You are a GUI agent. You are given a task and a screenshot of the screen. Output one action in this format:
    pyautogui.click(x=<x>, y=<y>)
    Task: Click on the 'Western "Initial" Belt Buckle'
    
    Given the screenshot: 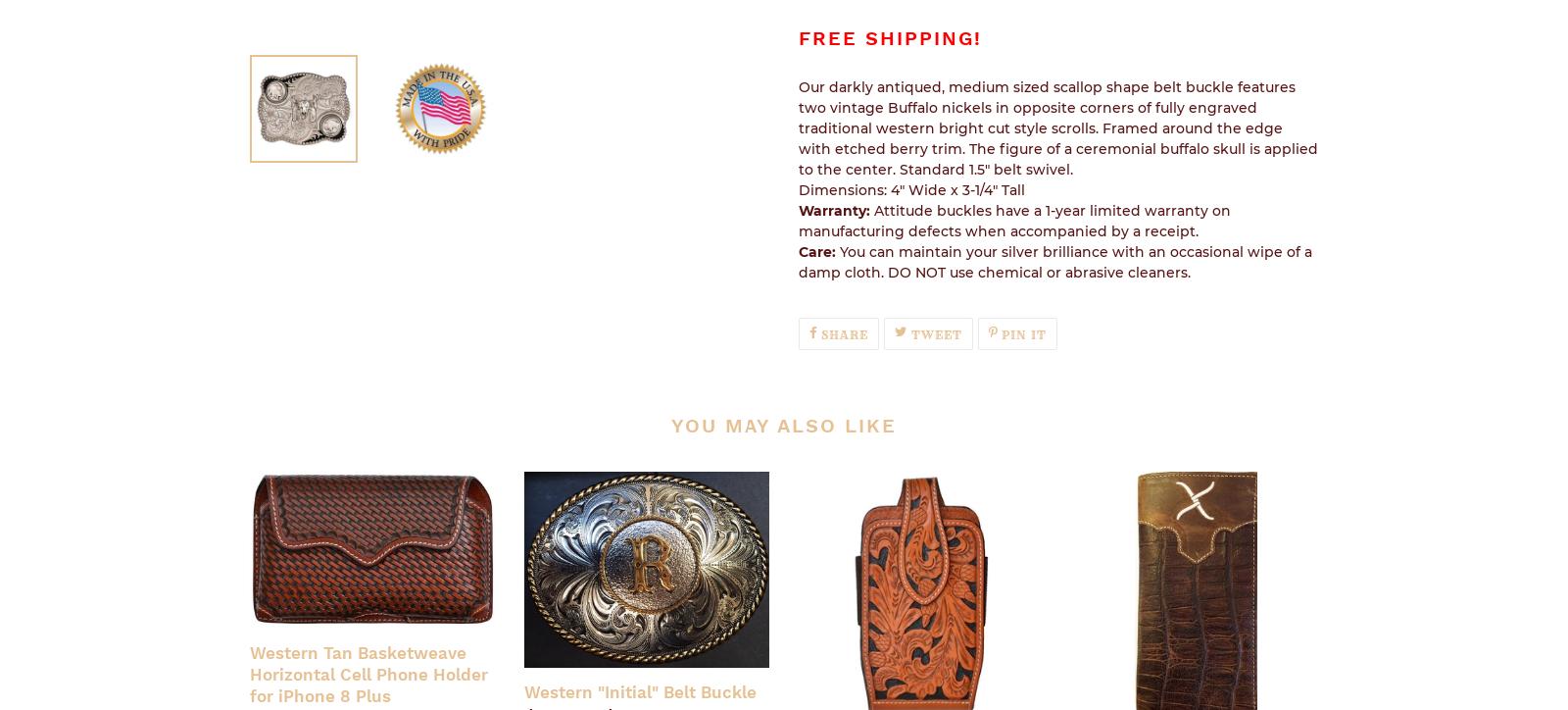 What is the action you would take?
    pyautogui.click(x=640, y=690)
    